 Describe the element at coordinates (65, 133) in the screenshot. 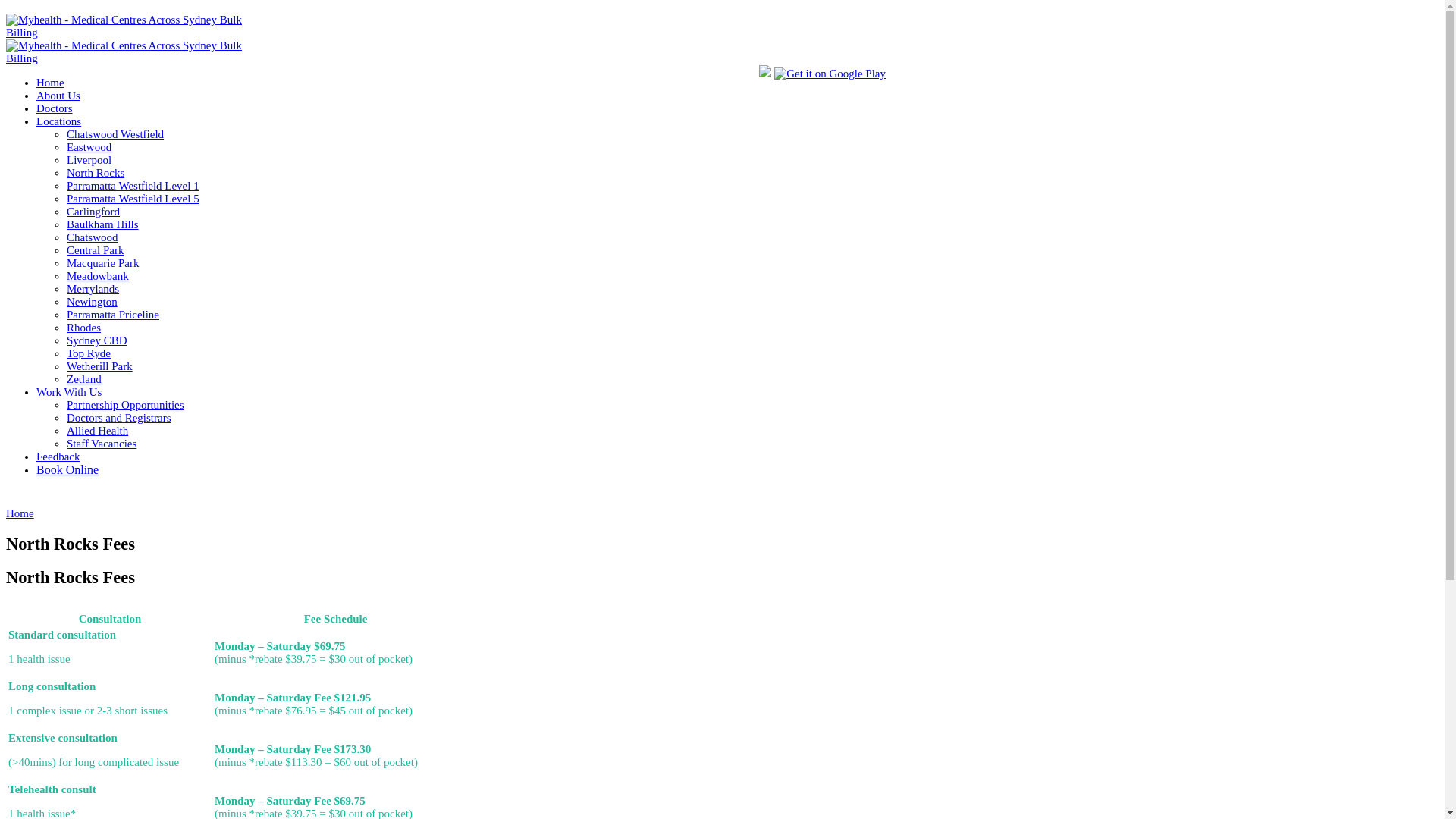

I see `'Chatswood Westfield'` at that location.